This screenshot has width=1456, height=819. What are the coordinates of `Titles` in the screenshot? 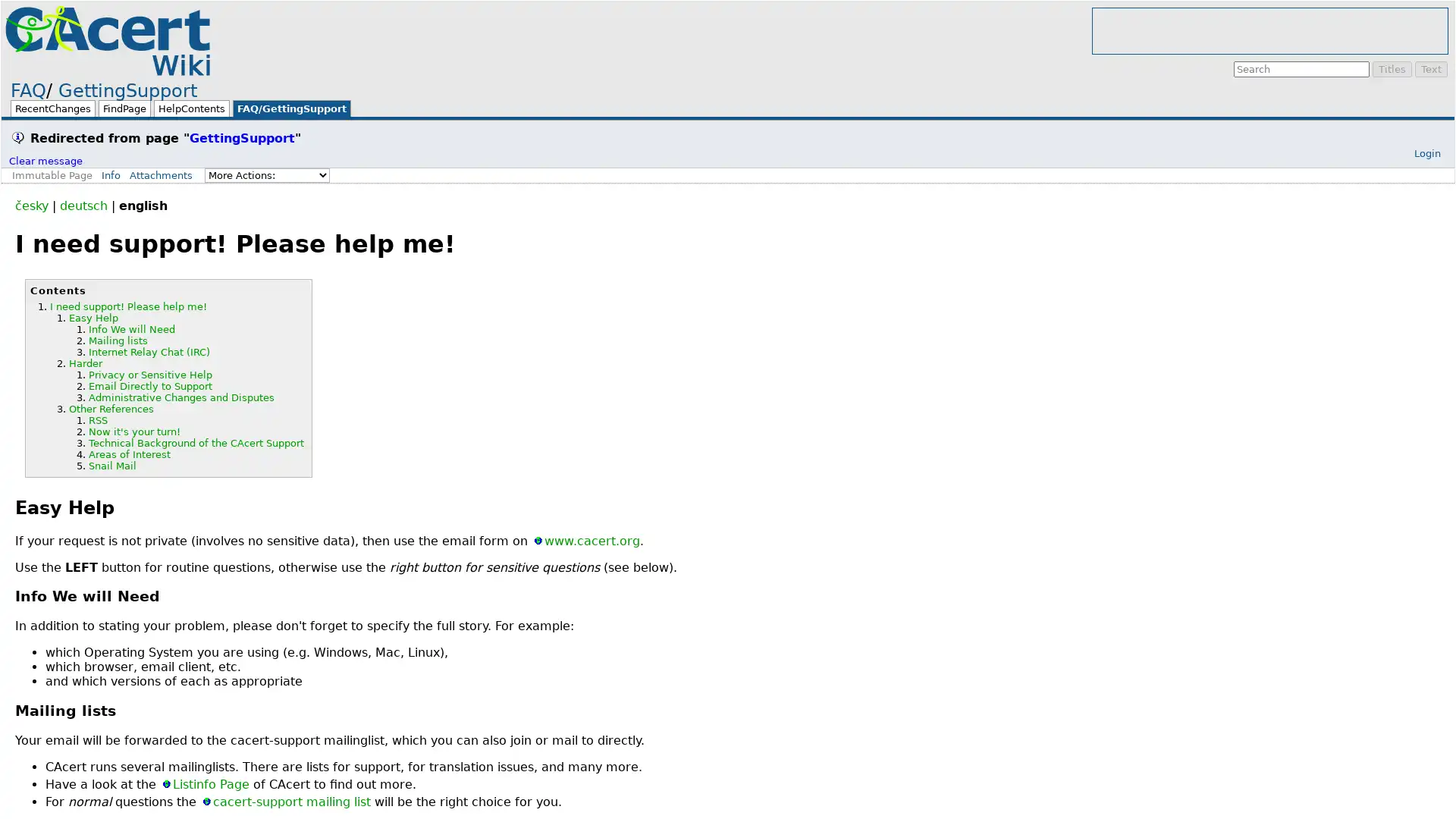 It's located at (1392, 69).